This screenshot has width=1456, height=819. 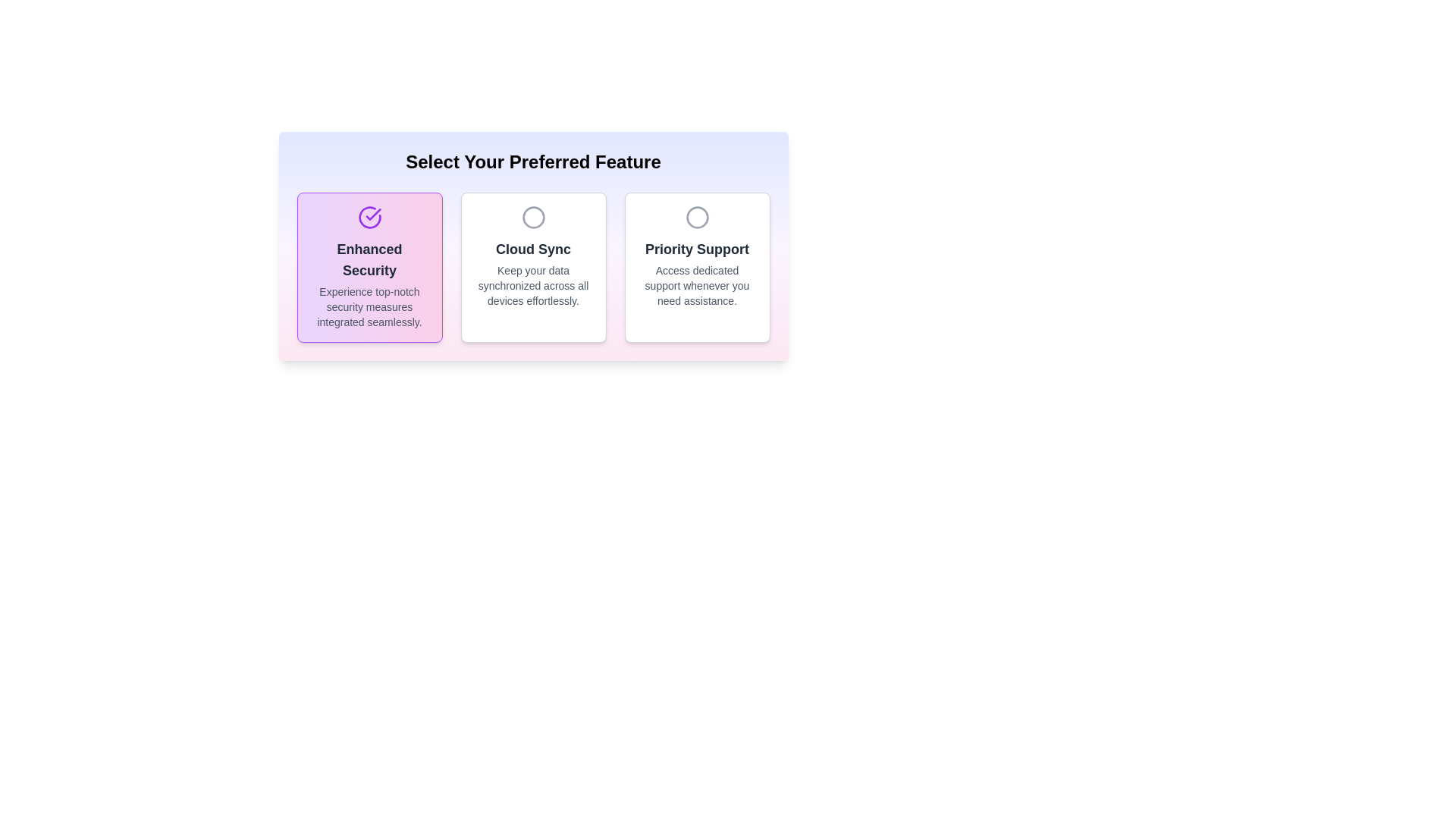 What do you see at coordinates (533, 286) in the screenshot?
I see `the static text label that reads 'Keep your data synchronized across all devices effortlessly', located below the 'Cloud Sync' header within a bordered, white background box` at bounding box center [533, 286].